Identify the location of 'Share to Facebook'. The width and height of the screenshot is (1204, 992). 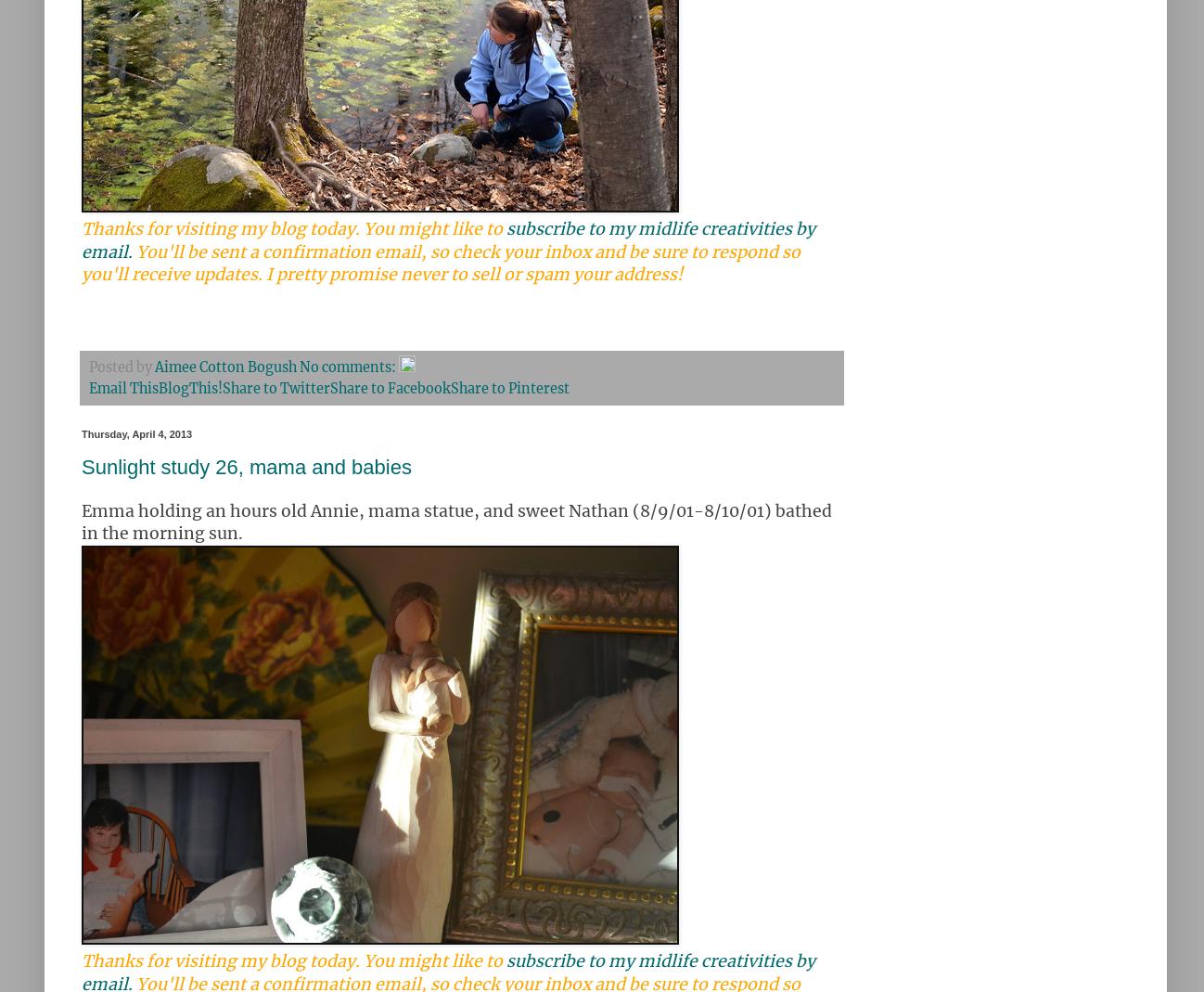
(330, 389).